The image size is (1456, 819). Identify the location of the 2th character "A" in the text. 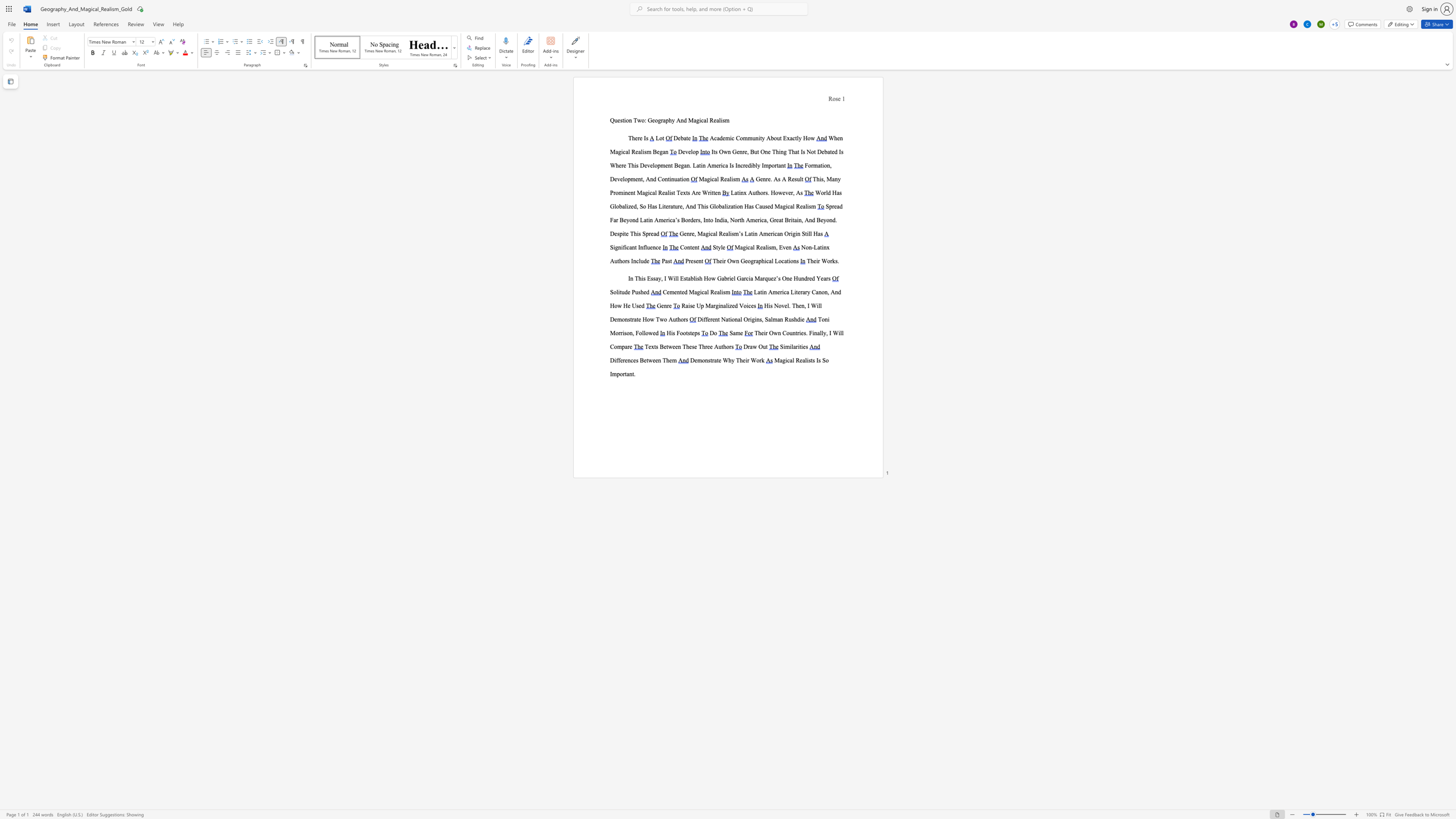
(798, 193).